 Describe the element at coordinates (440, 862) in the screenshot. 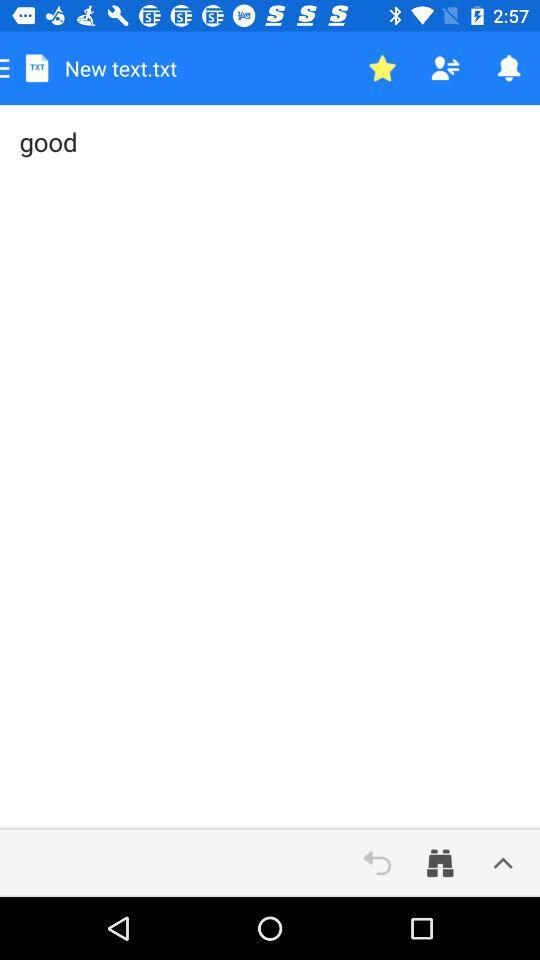

I see `find` at that location.